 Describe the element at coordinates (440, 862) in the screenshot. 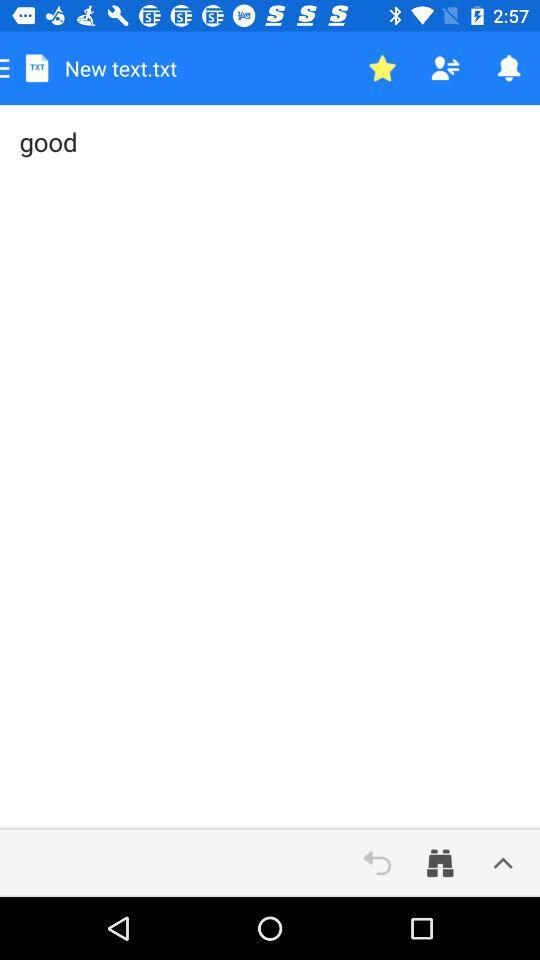

I see `find` at that location.